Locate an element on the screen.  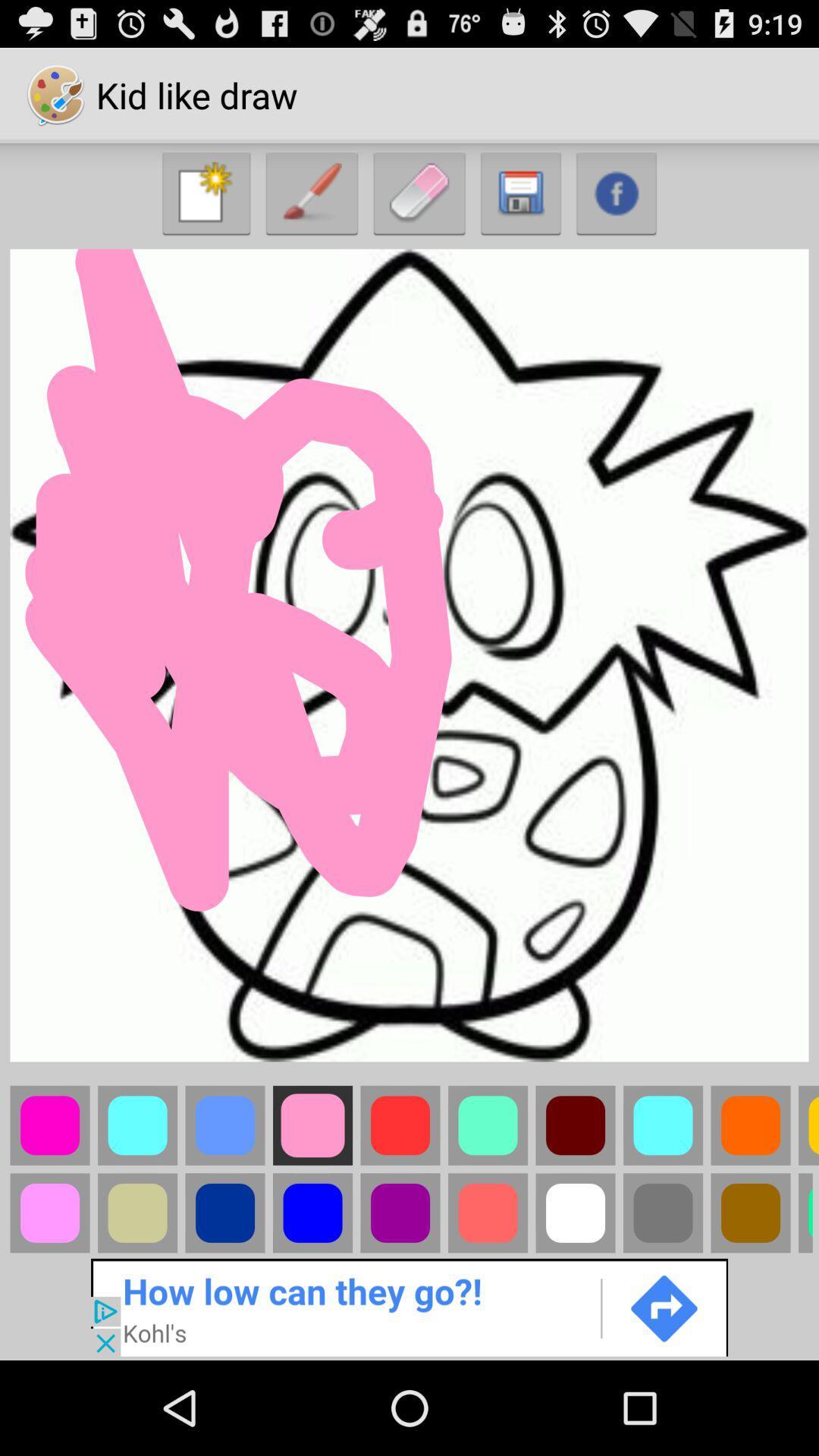
the advertised site is located at coordinates (409, 1306).